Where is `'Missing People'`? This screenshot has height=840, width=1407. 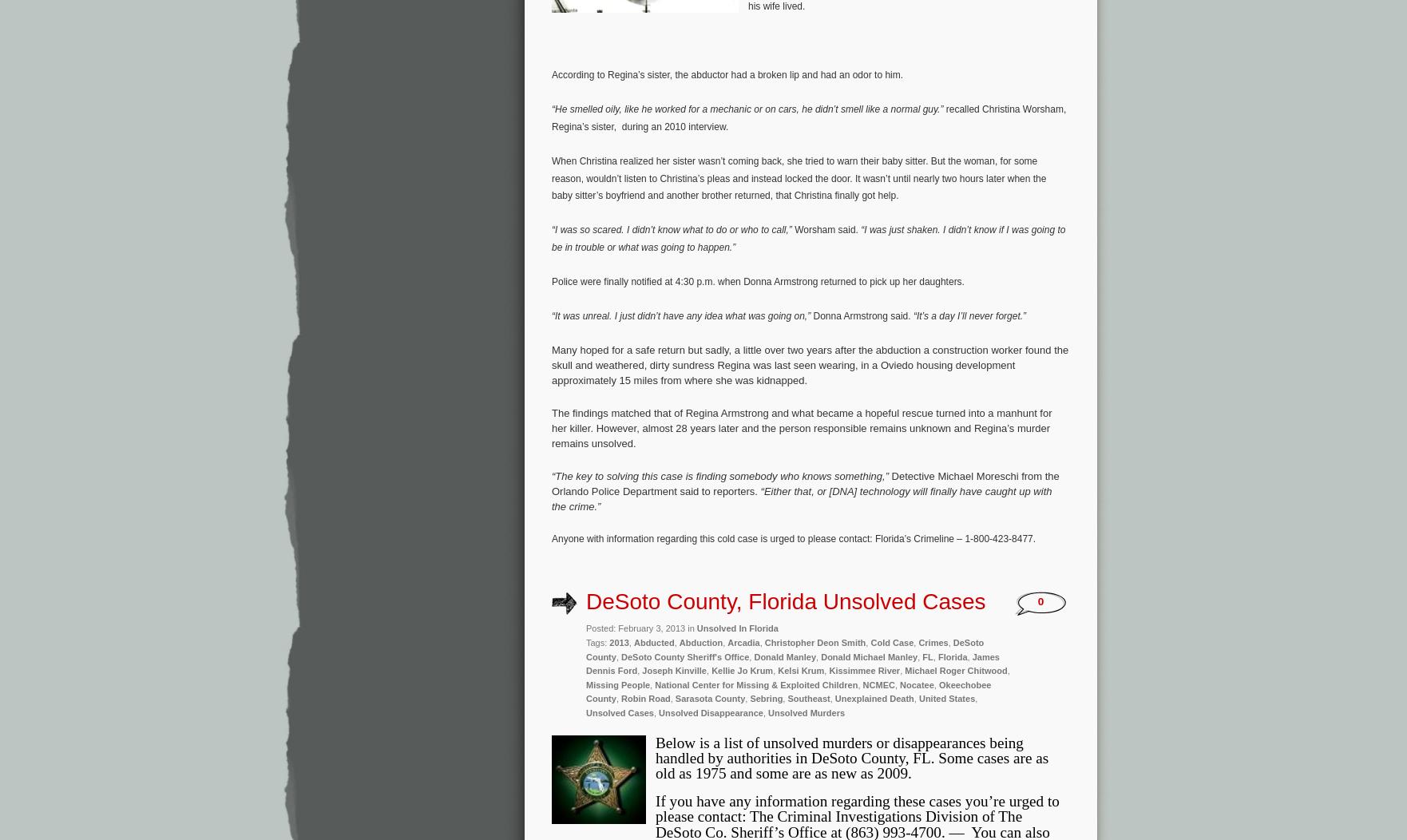 'Missing People' is located at coordinates (585, 683).